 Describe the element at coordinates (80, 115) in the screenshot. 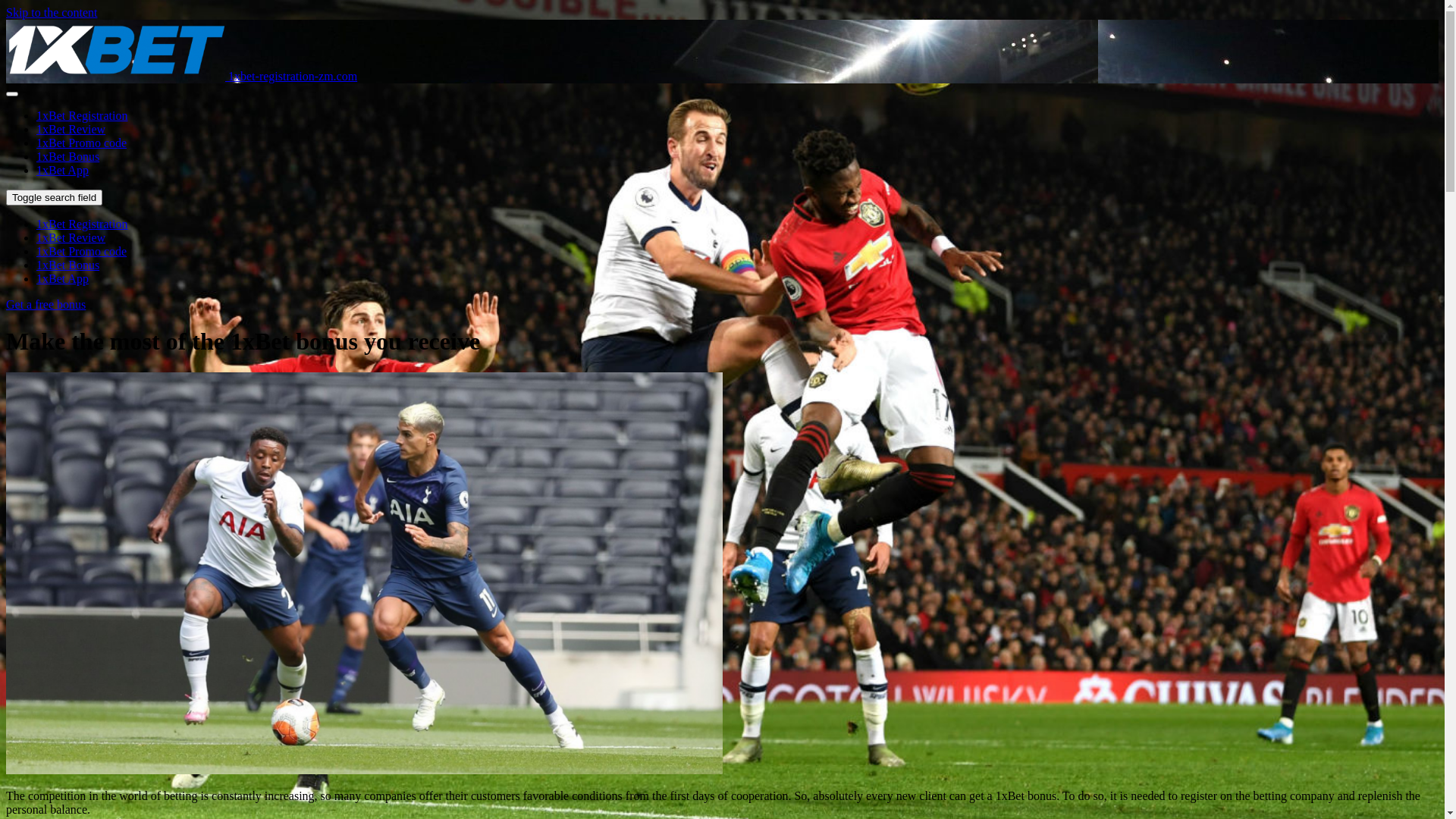

I see `'1xBet Registration'` at that location.